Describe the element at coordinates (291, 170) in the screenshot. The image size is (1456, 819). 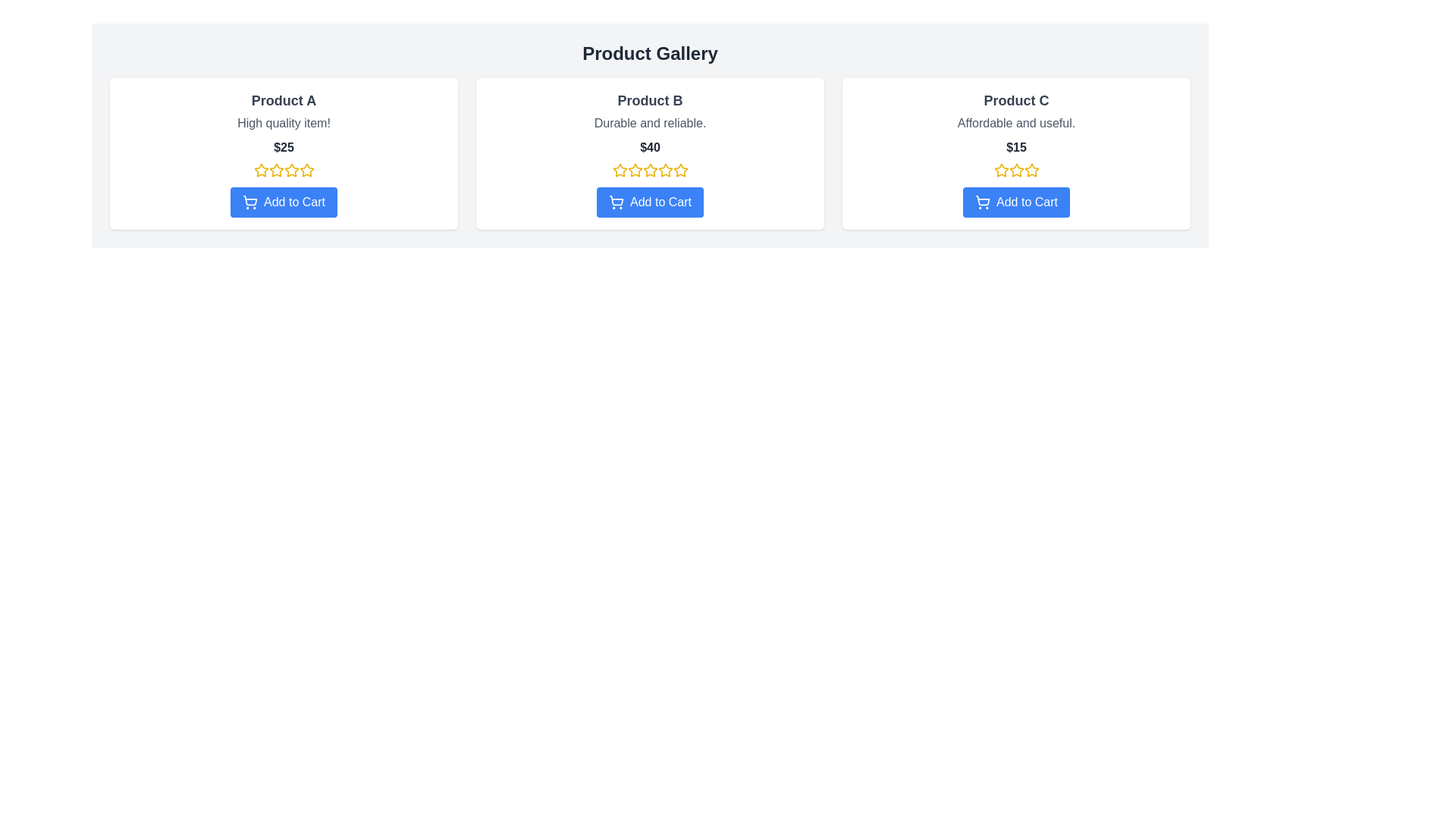
I see `the fourth star in the star-based rating system for Product A` at that location.